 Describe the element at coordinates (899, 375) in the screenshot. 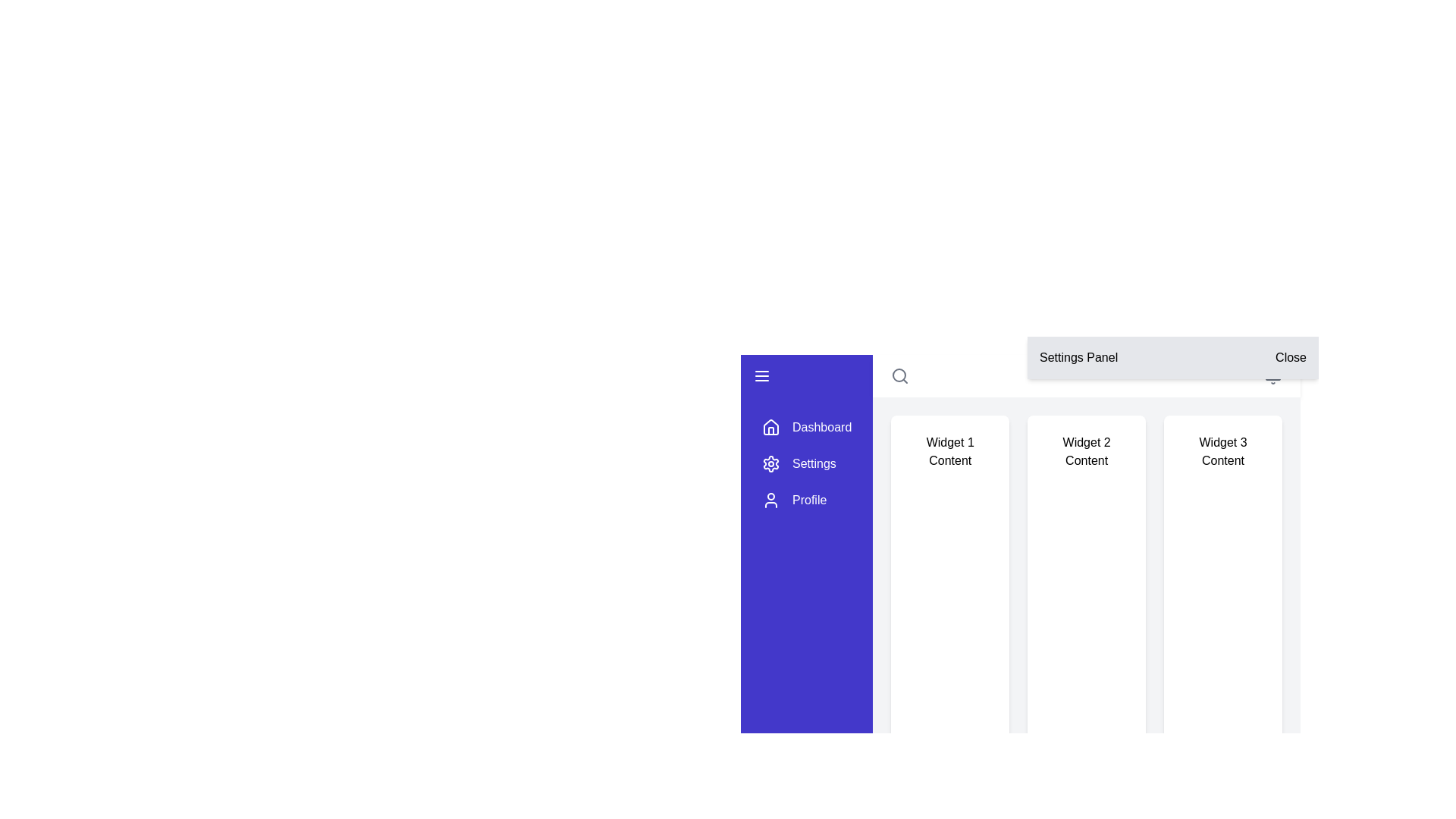

I see `circular graphical icon representing a part of the search icon, located in the upper right portion of the interface` at that location.